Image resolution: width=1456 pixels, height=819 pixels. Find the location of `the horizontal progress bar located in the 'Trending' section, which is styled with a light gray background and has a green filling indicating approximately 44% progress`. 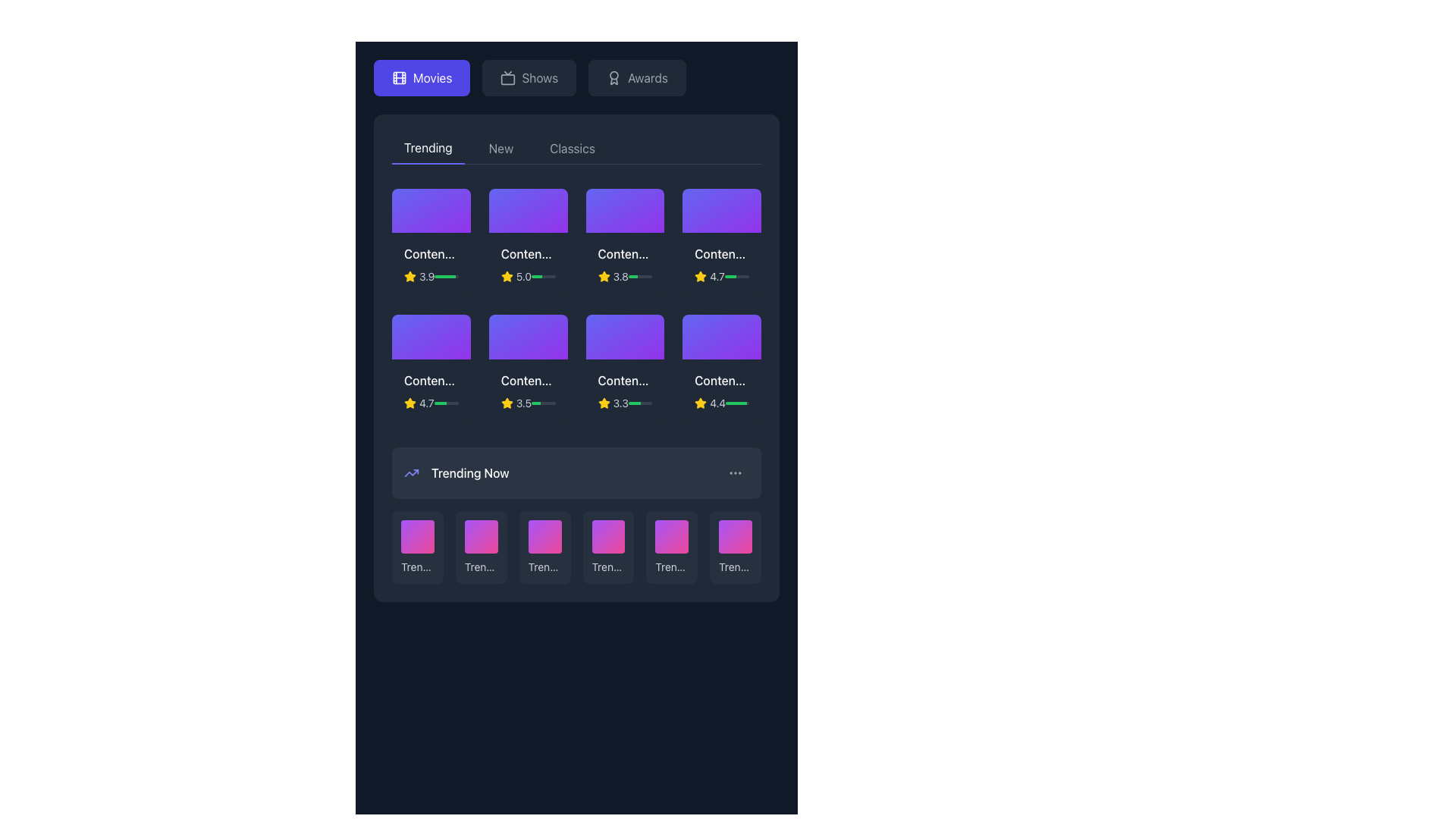

the horizontal progress bar located in the 'Trending' section, which is styled with a light gray background and has a green filling indicating approximately 44% progress is located at coordinates (543, 277).